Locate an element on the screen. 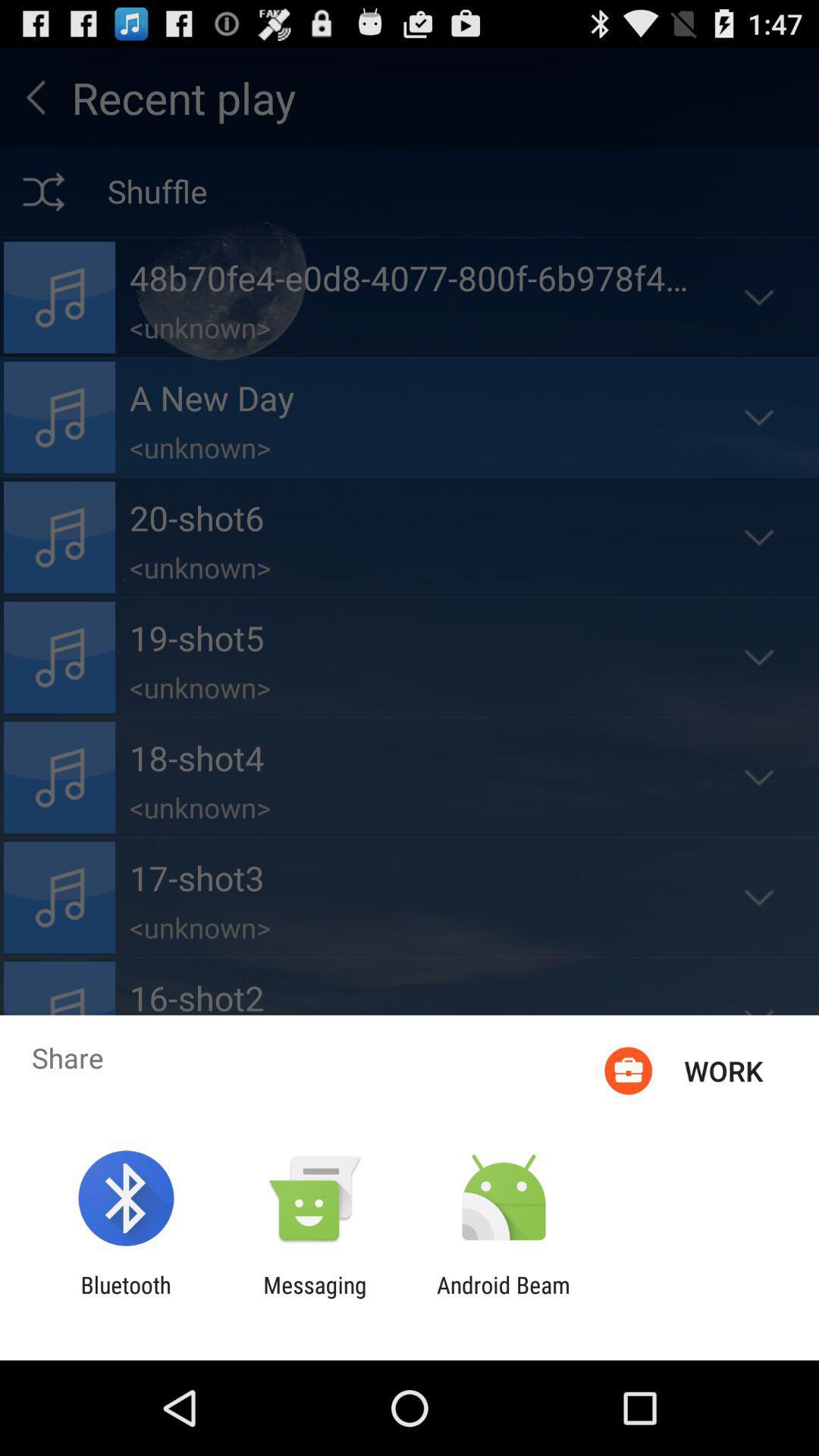 The height and width of the screenshot is (1456, 819). the bluetooth app is located at coordinates (125, 1298).